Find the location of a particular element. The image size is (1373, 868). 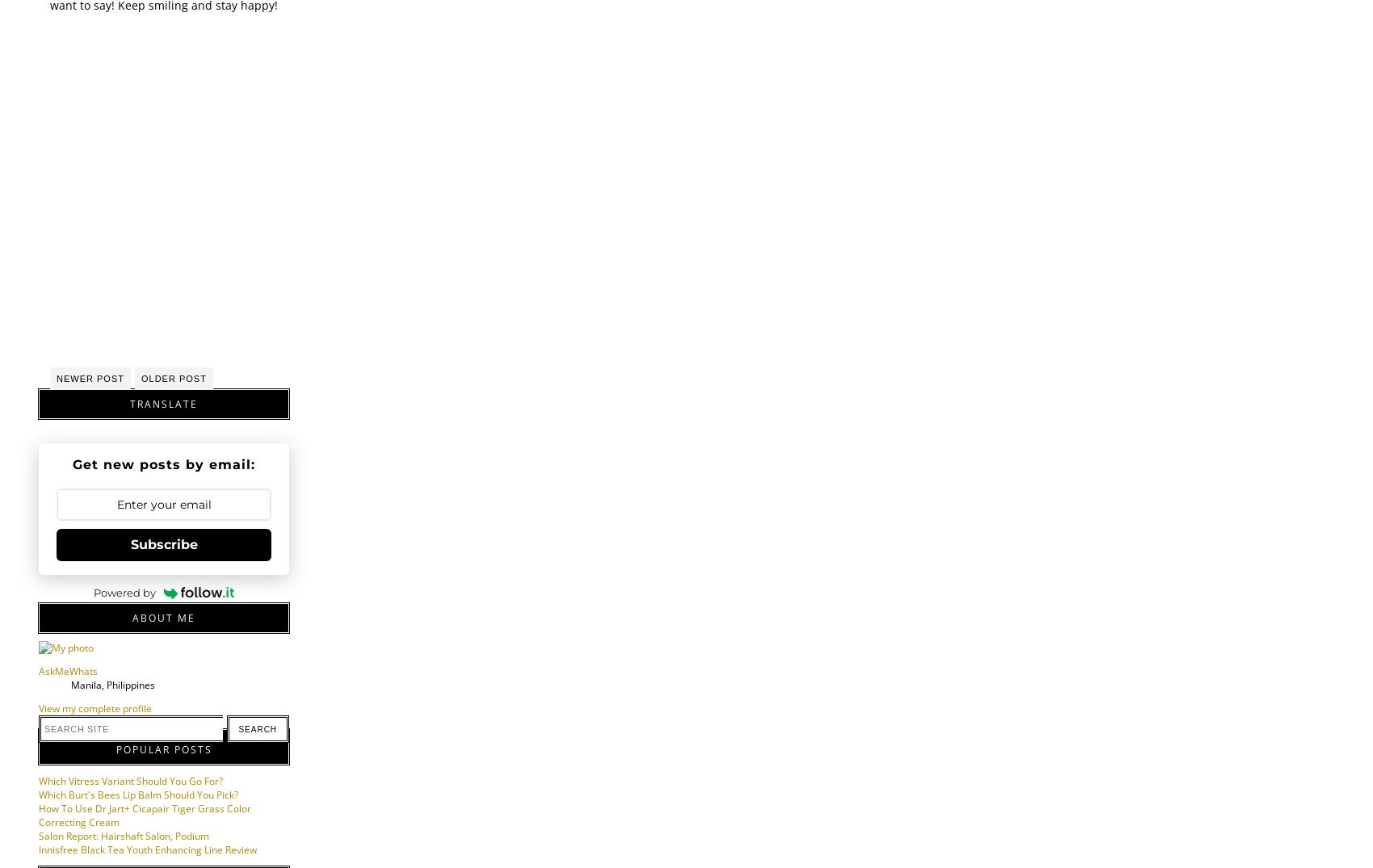

'Popular Posts' is located at coordinates (162, 748).